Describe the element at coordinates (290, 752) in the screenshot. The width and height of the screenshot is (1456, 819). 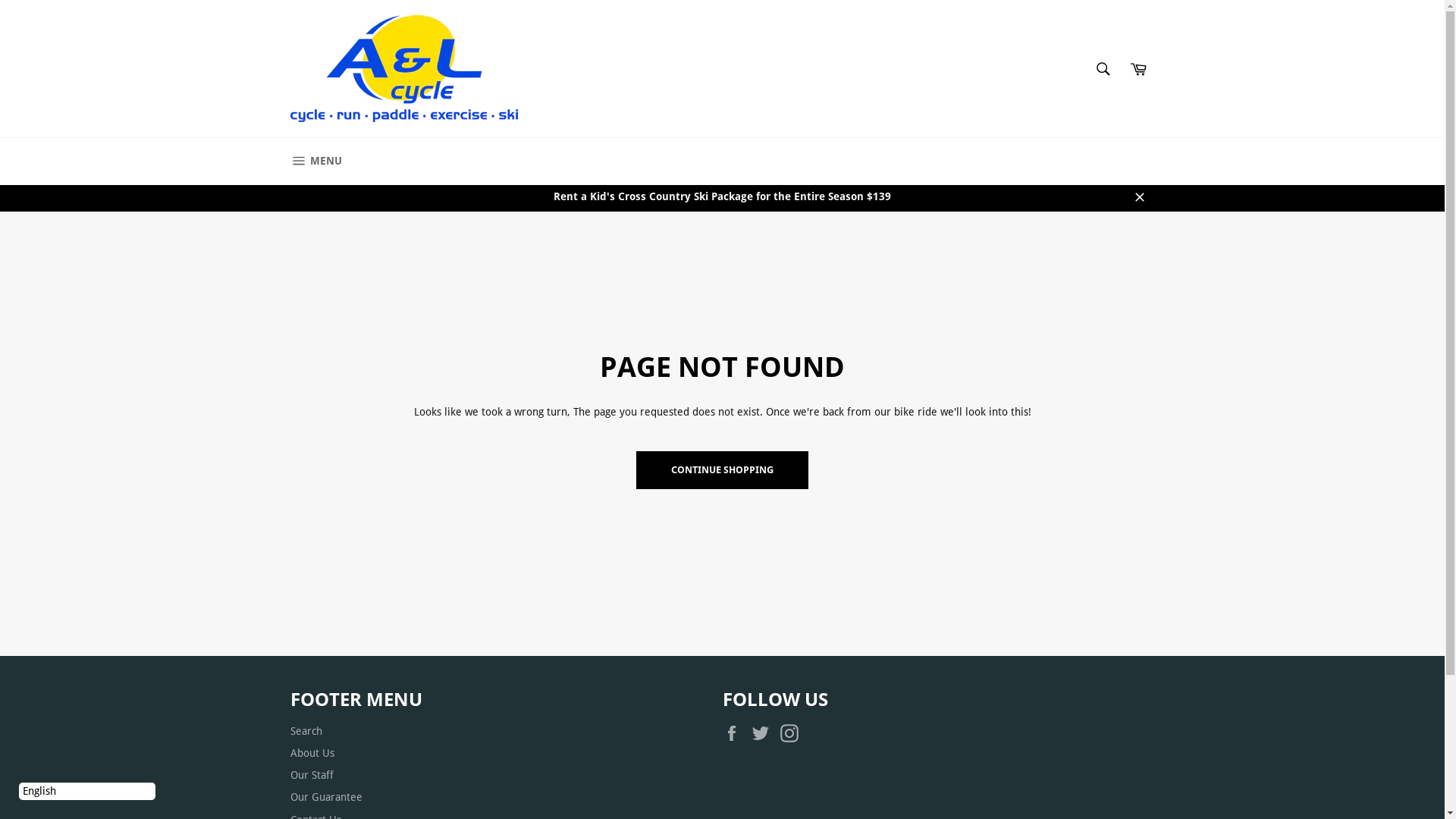
I see `'About Us'` at that location.